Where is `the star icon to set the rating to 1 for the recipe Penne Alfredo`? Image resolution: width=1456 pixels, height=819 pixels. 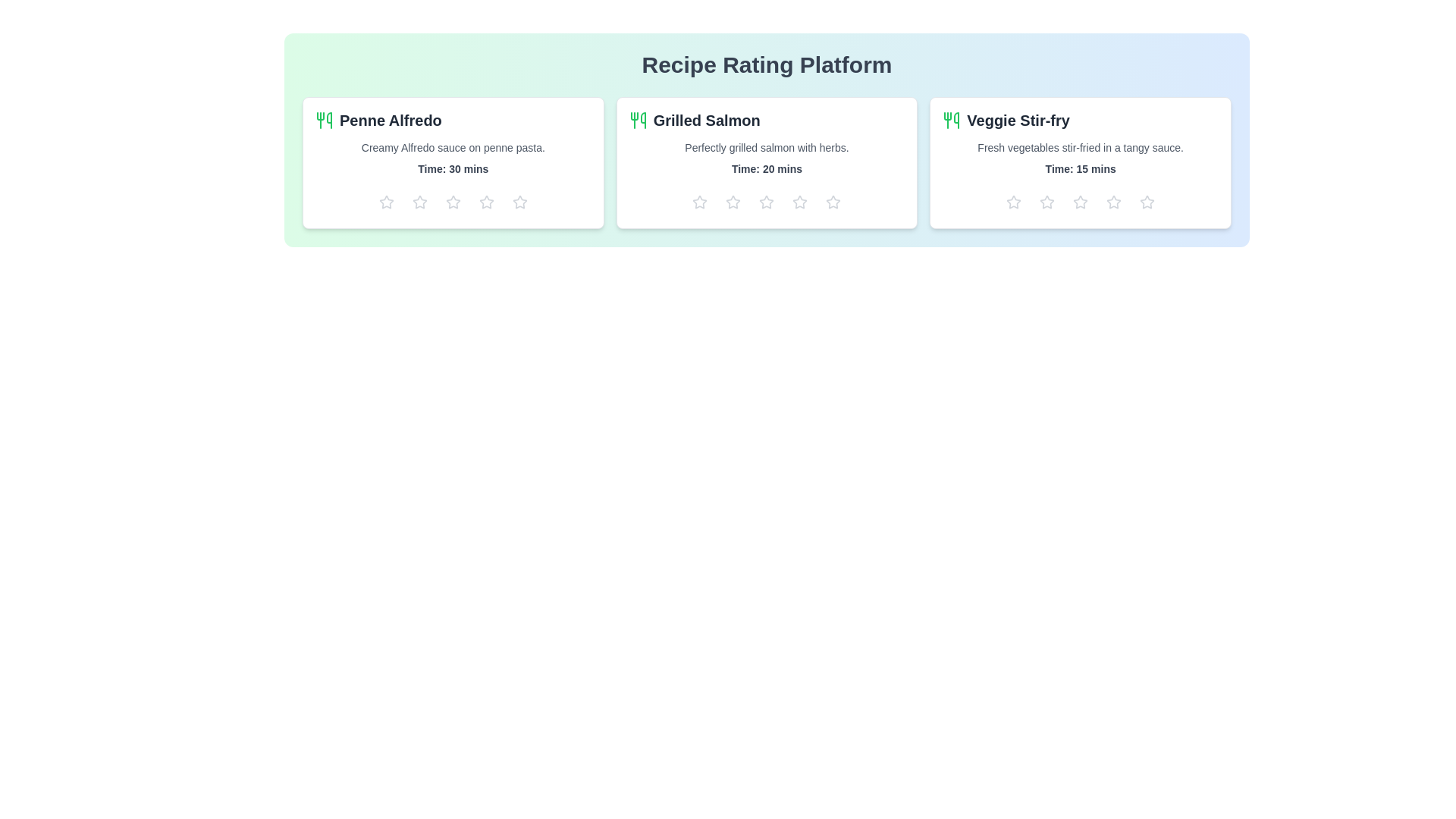
the star icon to set the rating to 1 for the recipe Penne Alfredo is located at coordinates (386, 201).